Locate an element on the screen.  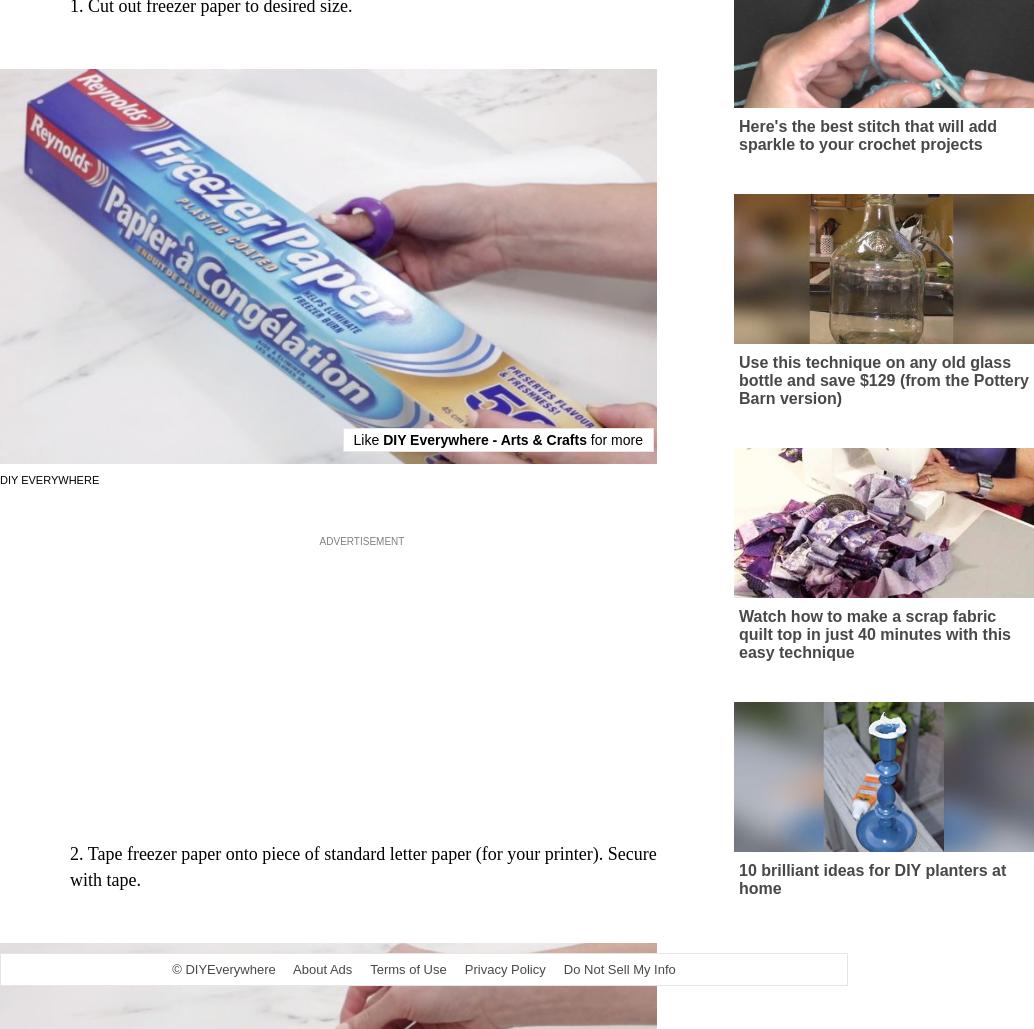
'for more' is located at coordinates (614, 458).